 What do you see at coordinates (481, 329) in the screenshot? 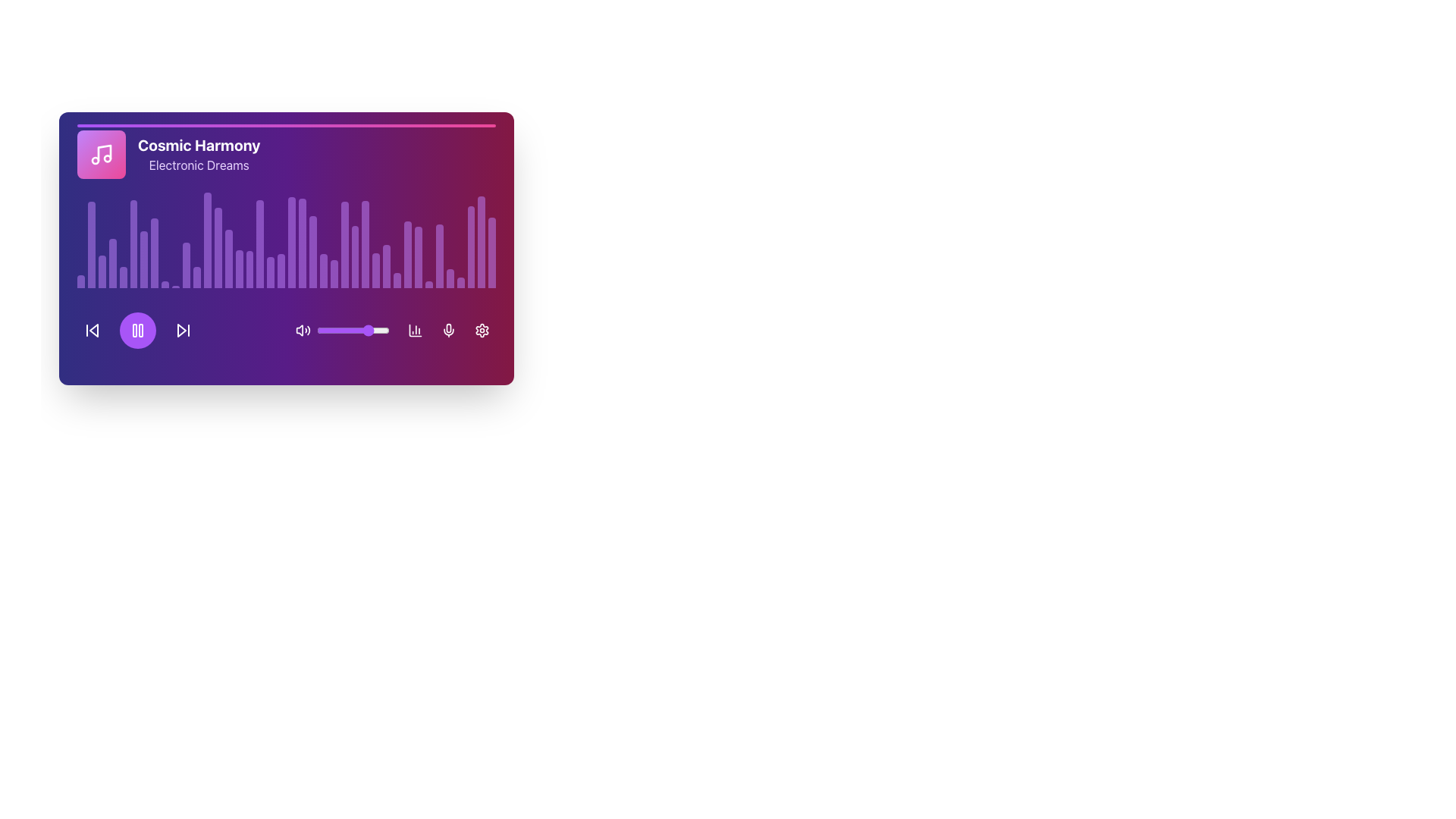
I see `the cog-shaped settings icon` at bounding box center [481, 329].